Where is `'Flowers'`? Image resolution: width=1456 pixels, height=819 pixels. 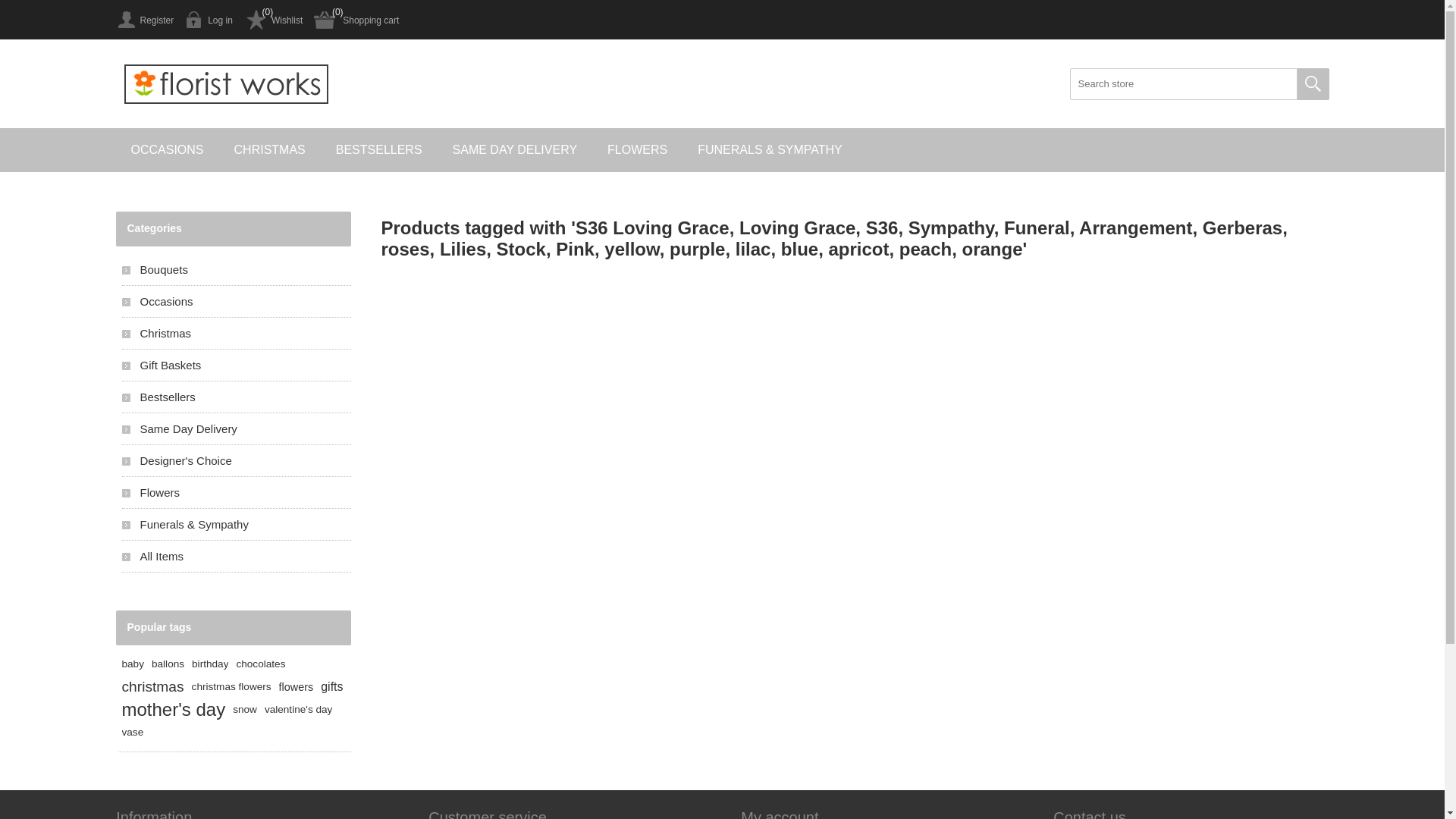 'Flowers' is located at coordinates (235, 492).